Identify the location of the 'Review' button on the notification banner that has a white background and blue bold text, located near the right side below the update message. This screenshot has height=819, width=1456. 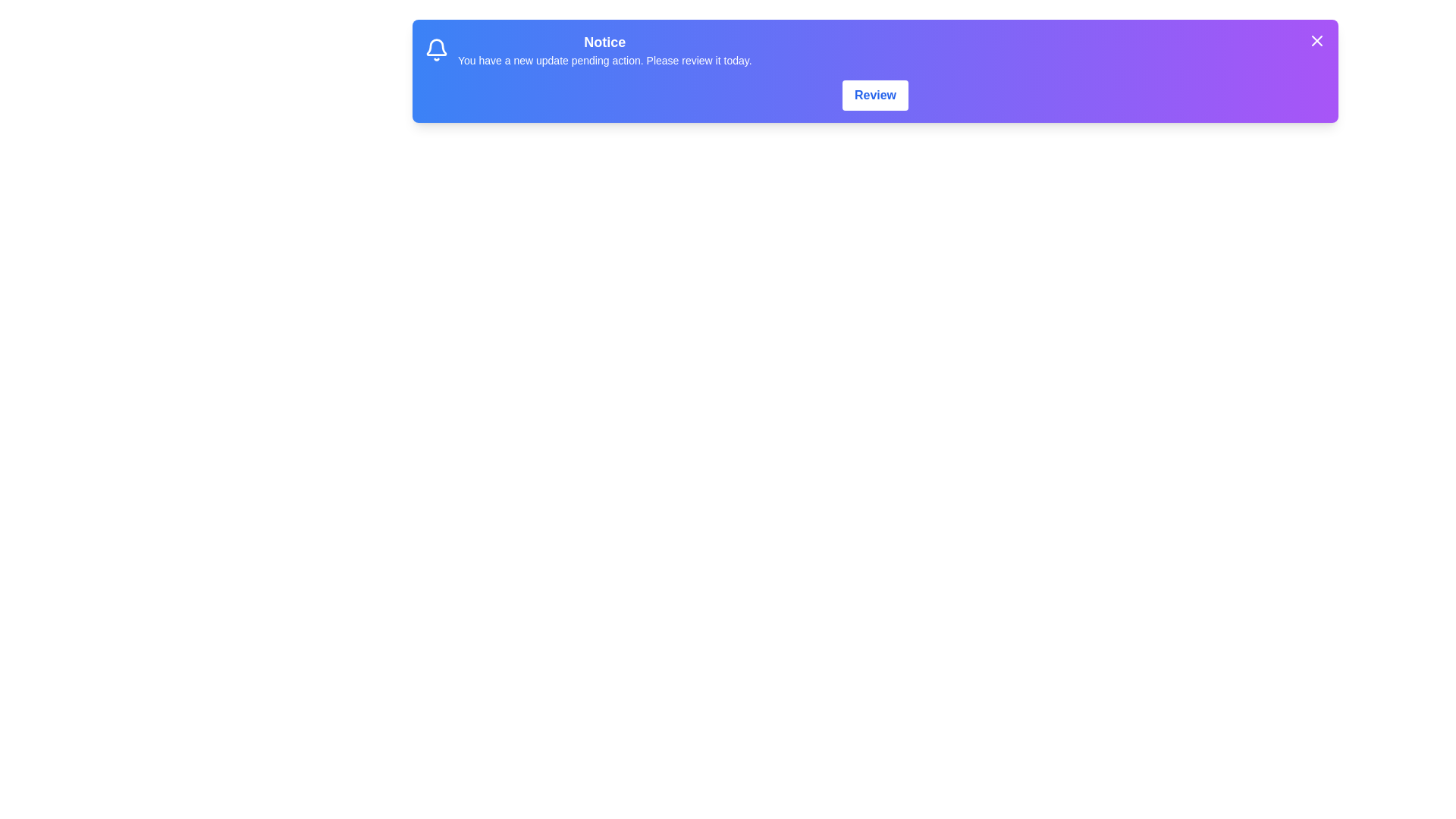
(875, 96).